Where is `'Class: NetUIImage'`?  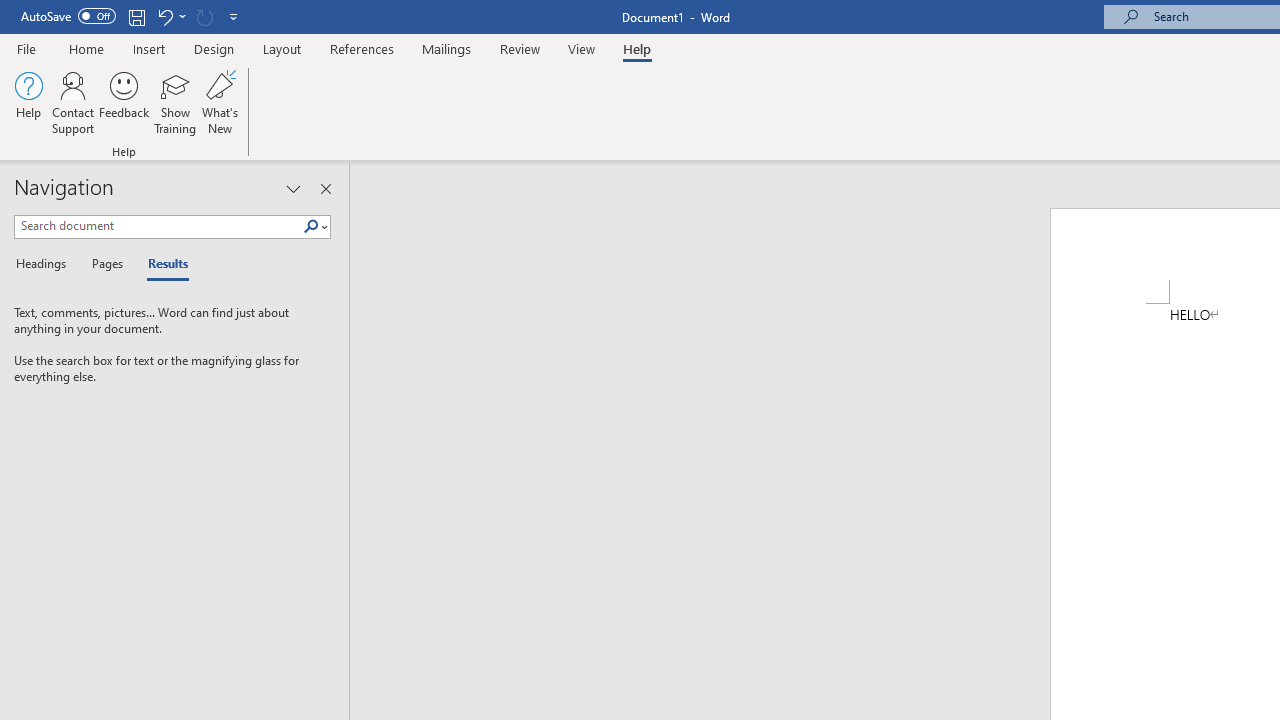 'Class: NetUIImage' is located at coordinates (310, 225).